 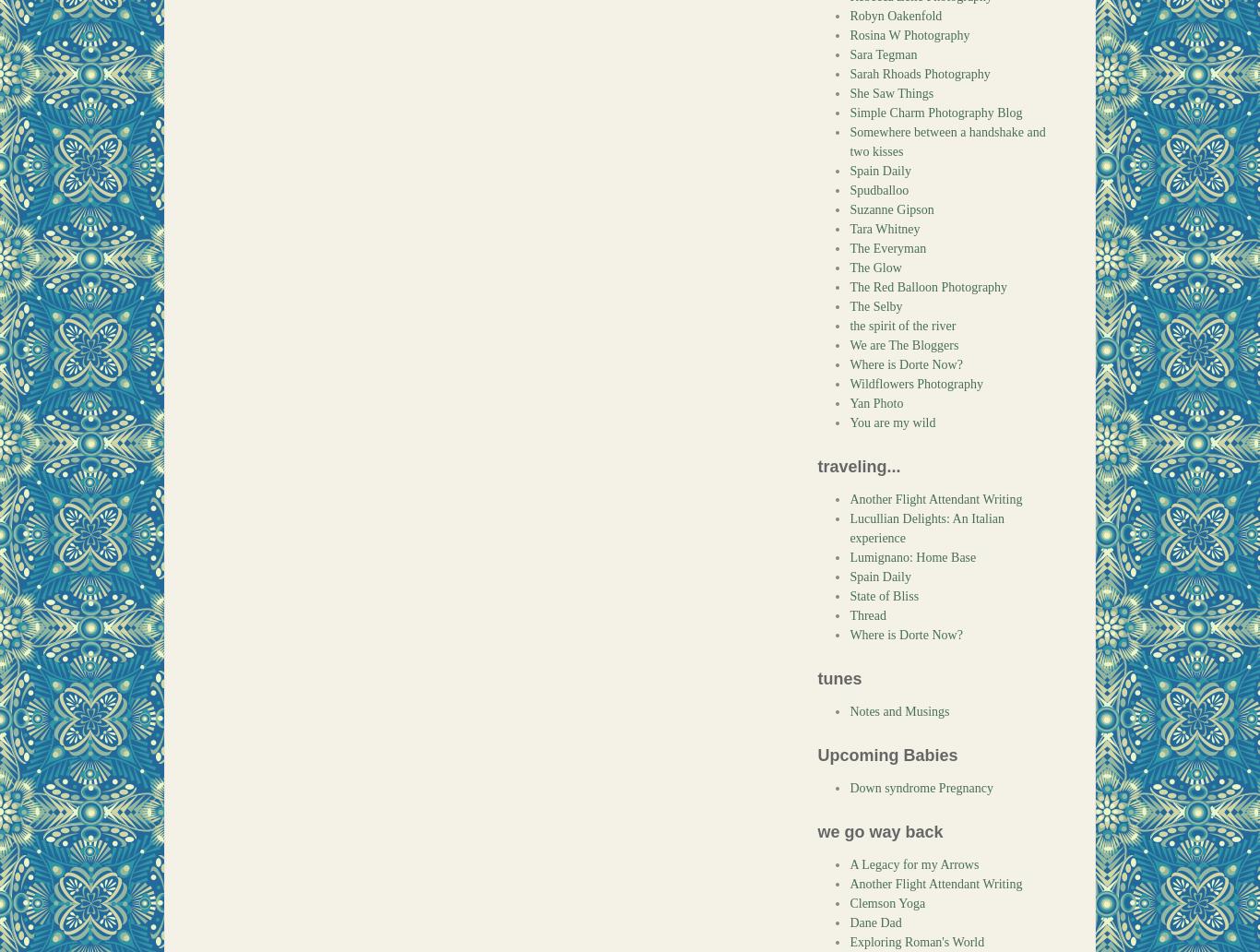 What do you see at coordinates (887, 248) in the screenshot?
I see `'The Everyman'` at bounding box center [887, 248].